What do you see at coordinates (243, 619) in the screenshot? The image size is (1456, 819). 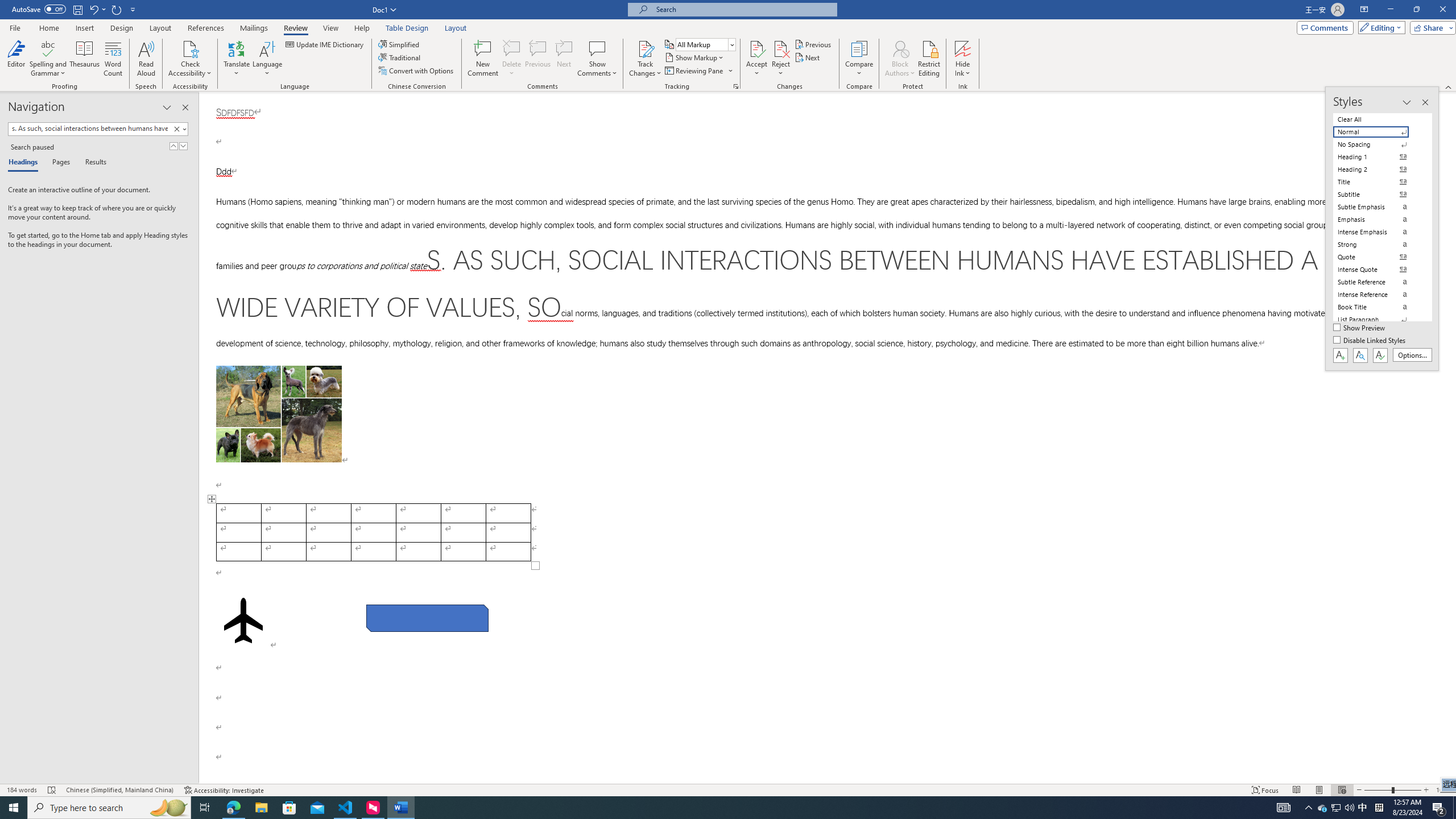 I see `'Airplane with solid fill'` at bounding box center [243, 619].